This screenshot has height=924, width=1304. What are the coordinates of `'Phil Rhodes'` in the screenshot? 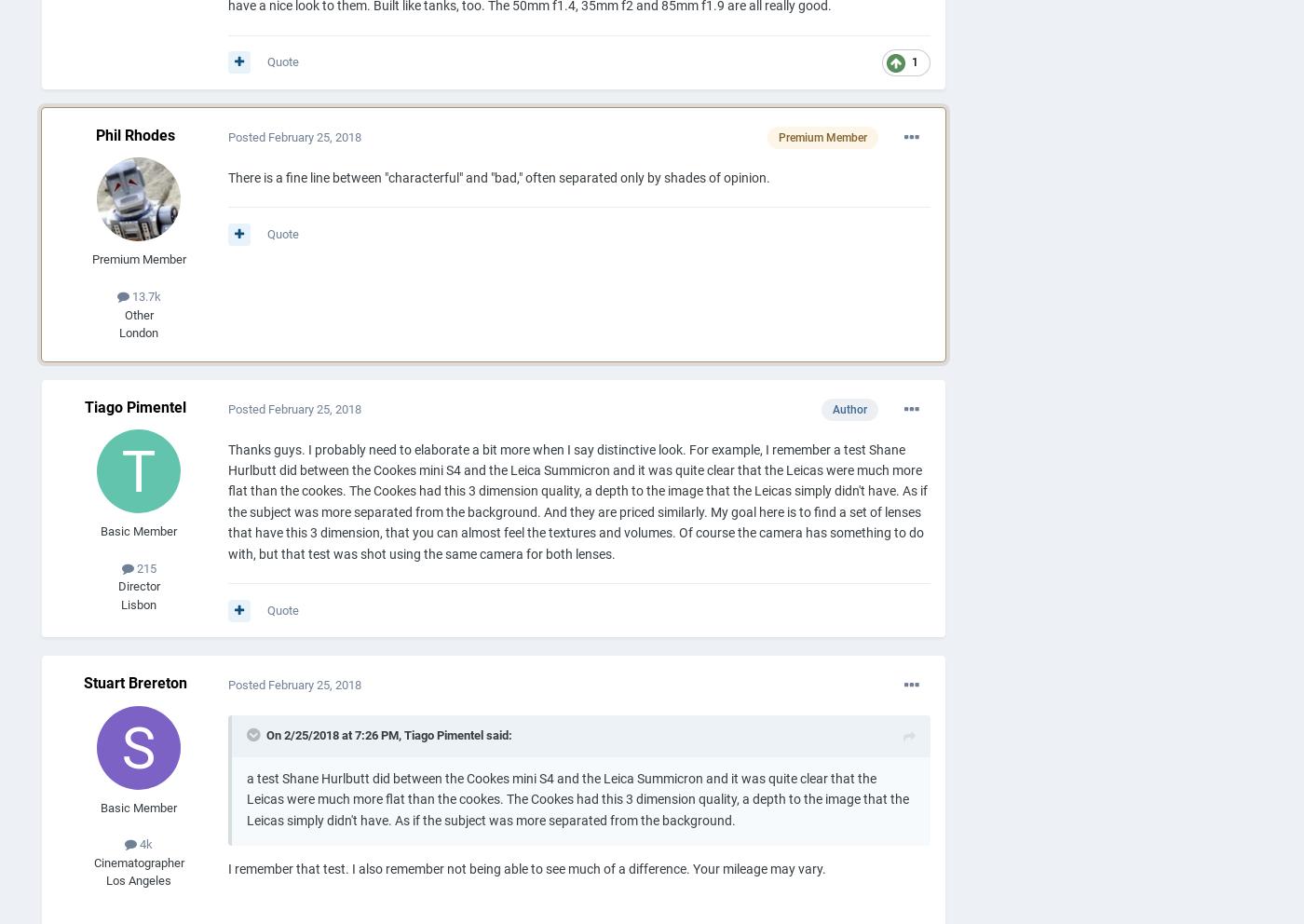 It's located at (134, 134).